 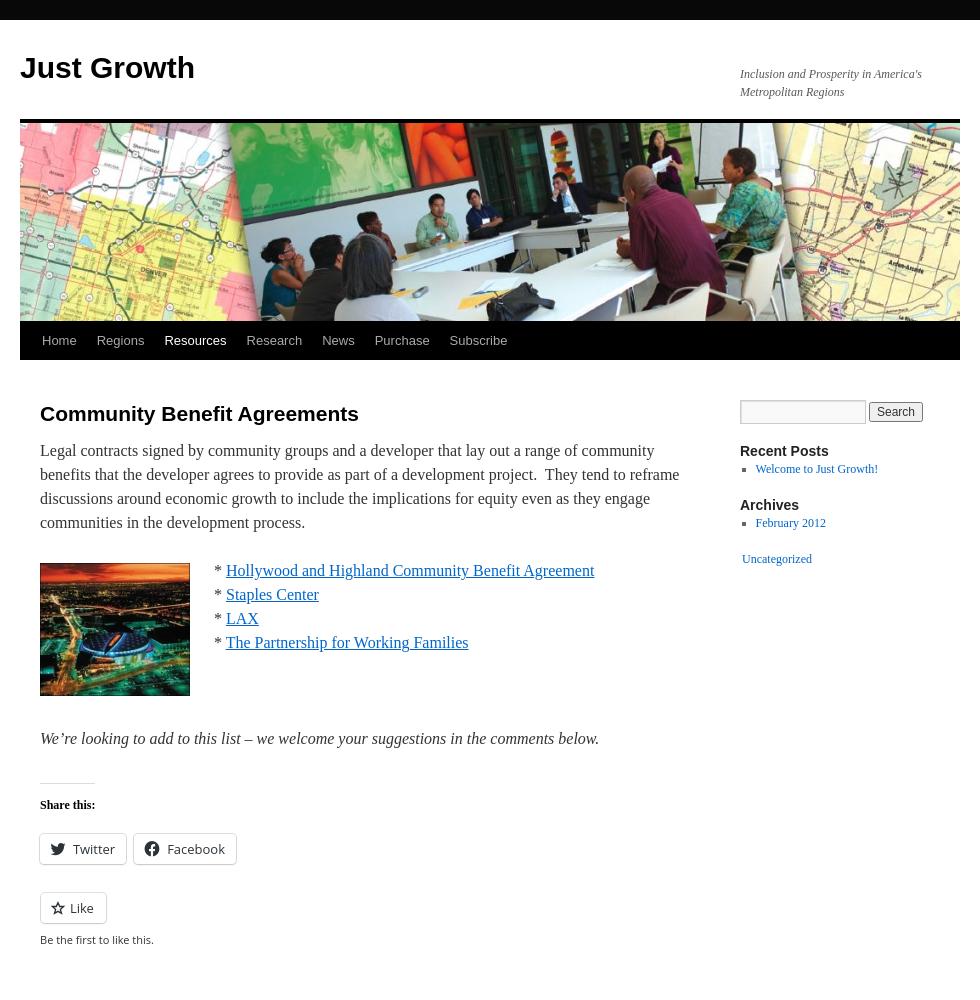 What do you see at coordinates (784, 450) in the screenshot?
I see `'Recent Posts'` at bounding box center [784, 450].